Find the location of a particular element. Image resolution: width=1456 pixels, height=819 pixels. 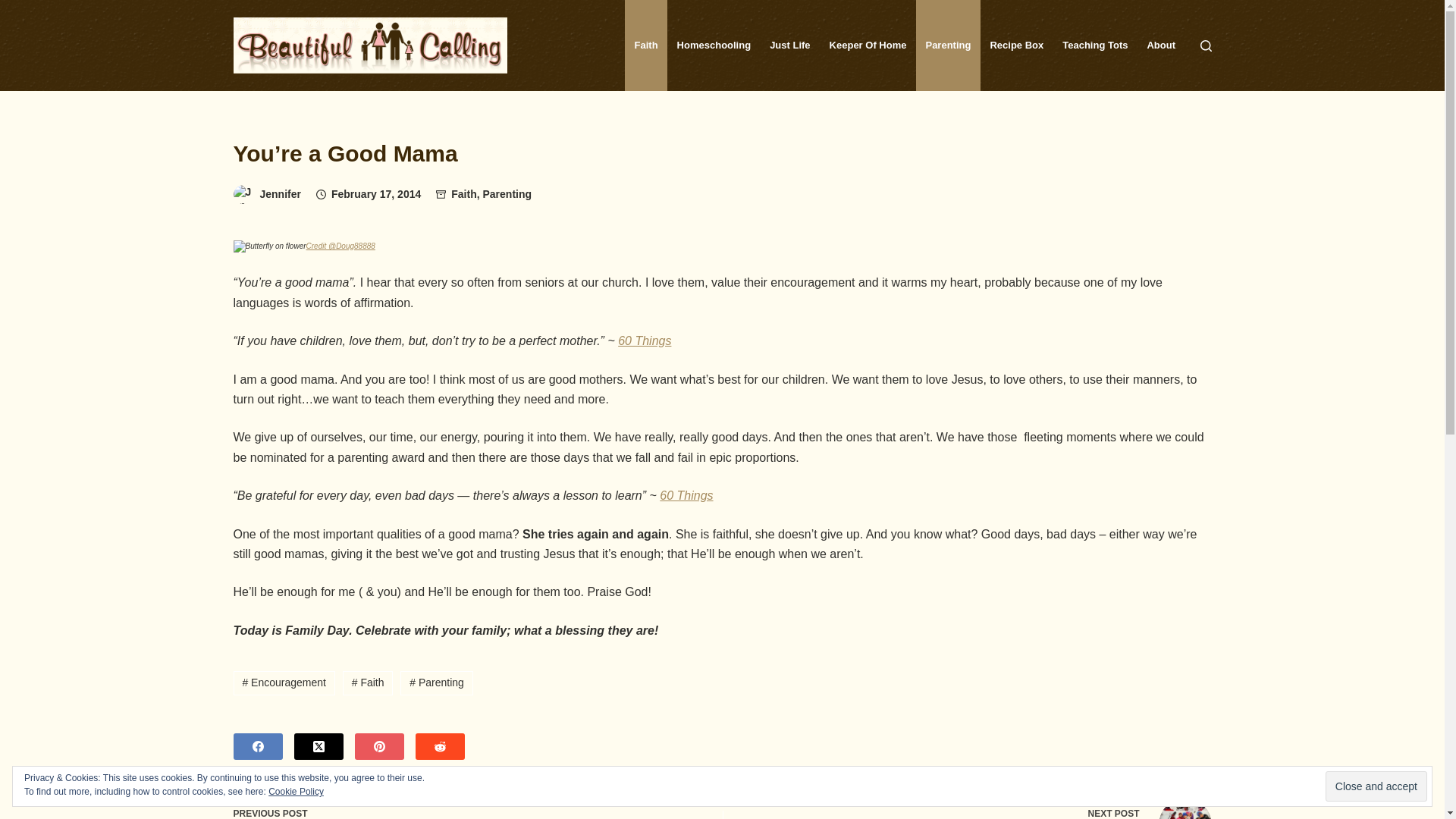

'Close and accept' is located at coordinates (1376, 786).